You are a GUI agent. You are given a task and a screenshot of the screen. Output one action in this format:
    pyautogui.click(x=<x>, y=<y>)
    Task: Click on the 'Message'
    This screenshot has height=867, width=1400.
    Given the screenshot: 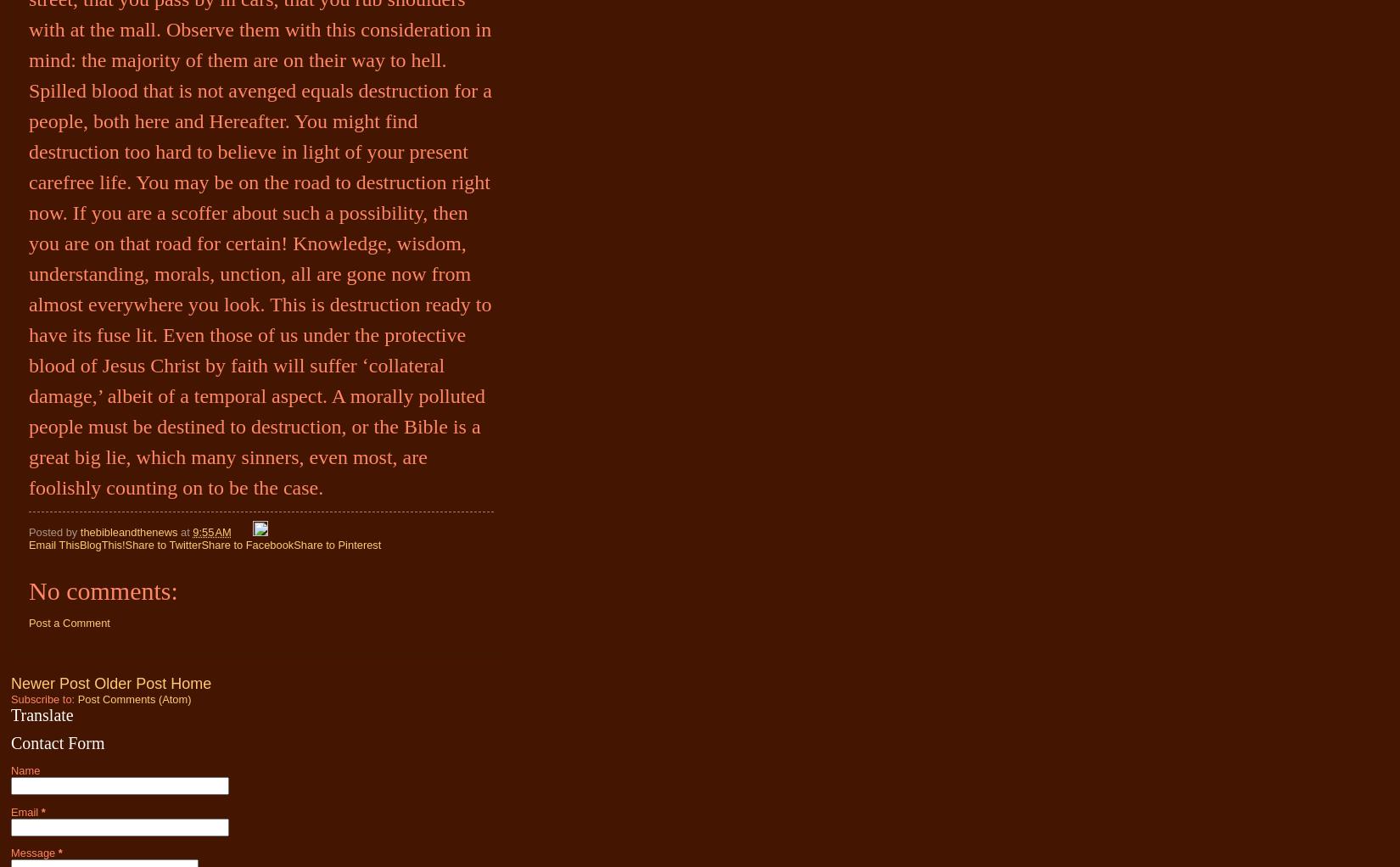 What is the action you would take?
    pyautogui.click(x=34, y=853)
    